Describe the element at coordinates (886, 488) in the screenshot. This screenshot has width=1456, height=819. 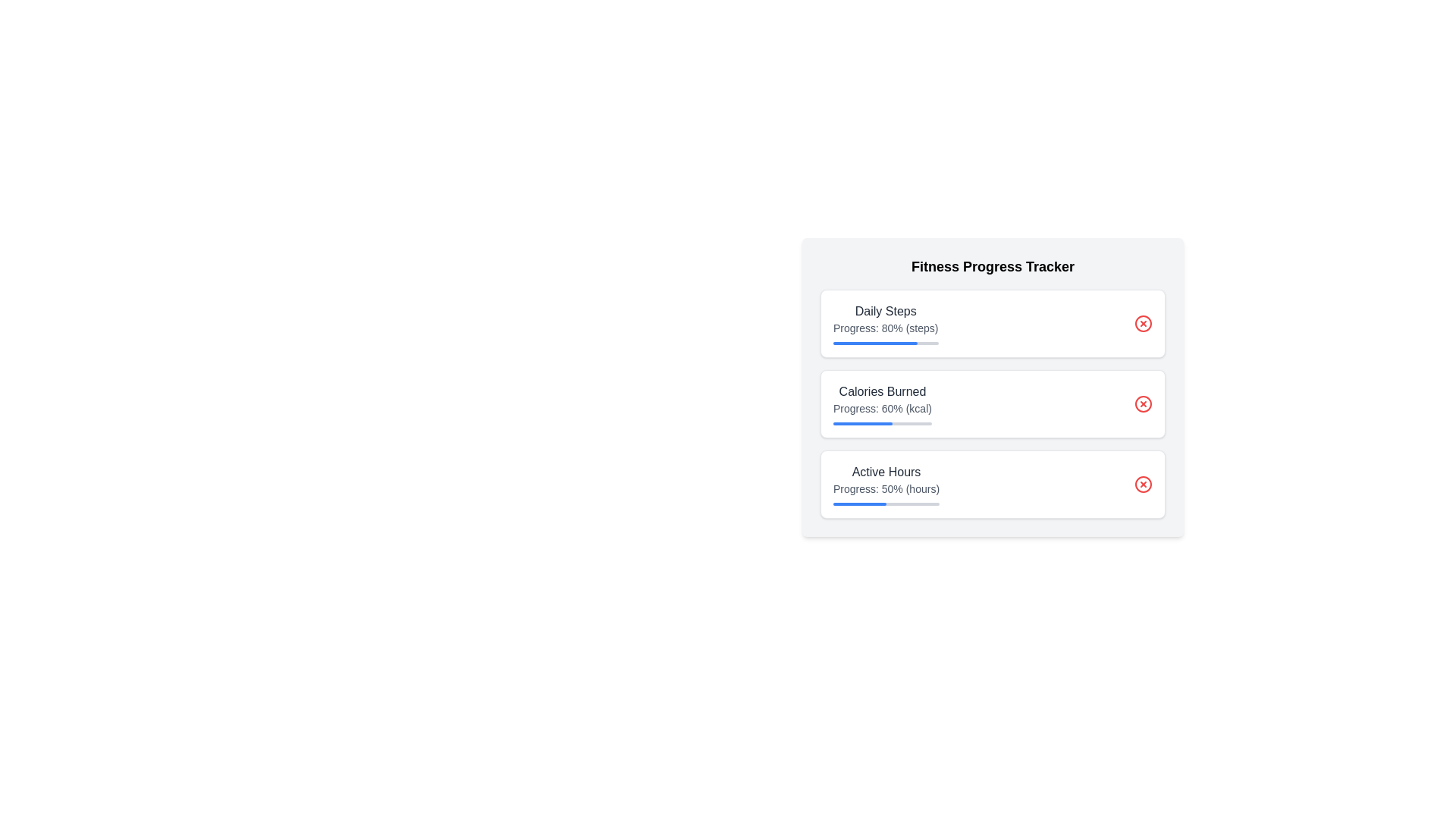
I see `the text label indicating 'Progress: 50% (hours)' located below 'Active Hours' in the 'Fitness Progress Tracker' section` at that location.